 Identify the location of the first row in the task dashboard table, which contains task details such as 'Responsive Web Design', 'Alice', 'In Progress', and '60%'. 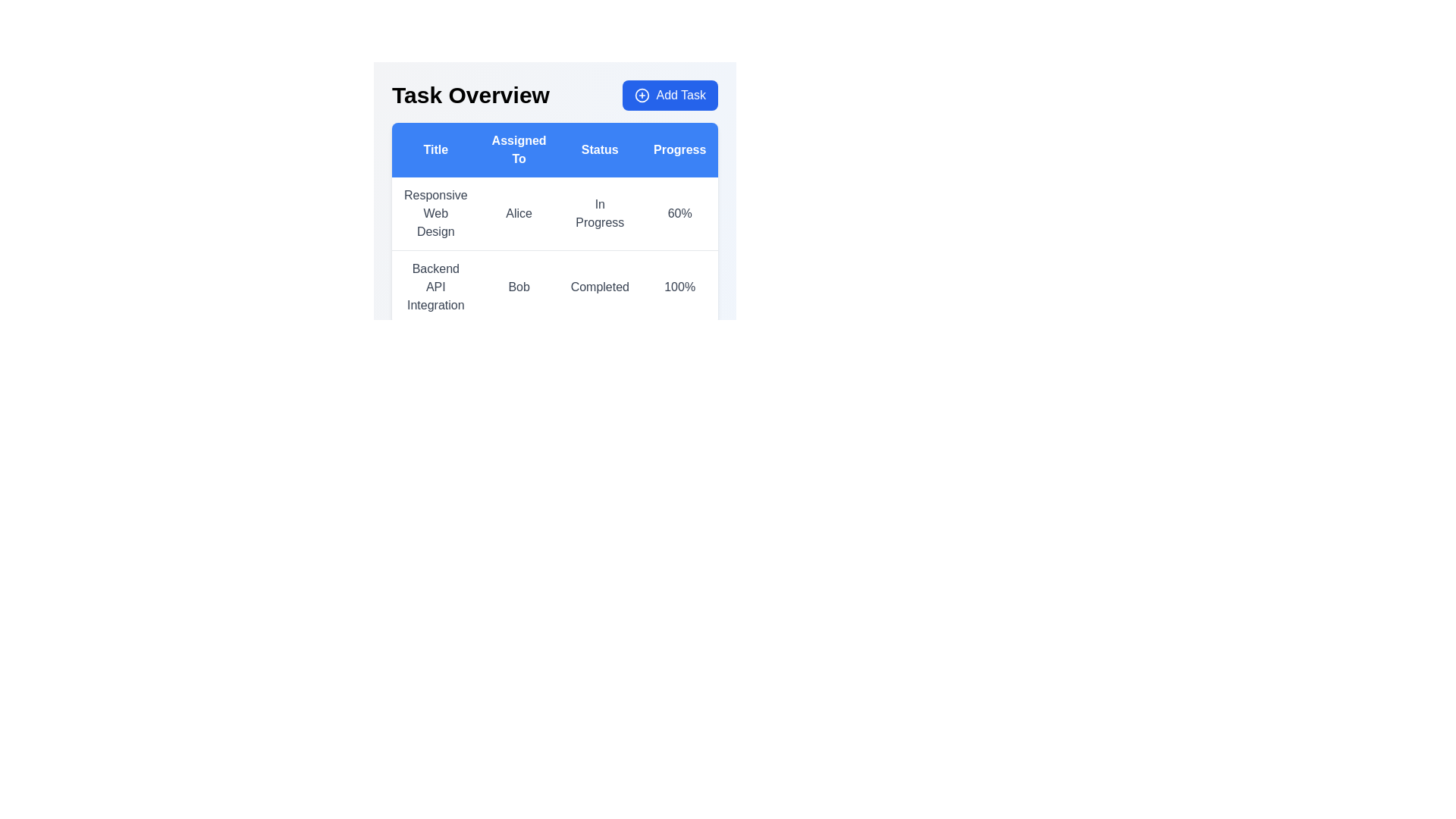
(600, 249).